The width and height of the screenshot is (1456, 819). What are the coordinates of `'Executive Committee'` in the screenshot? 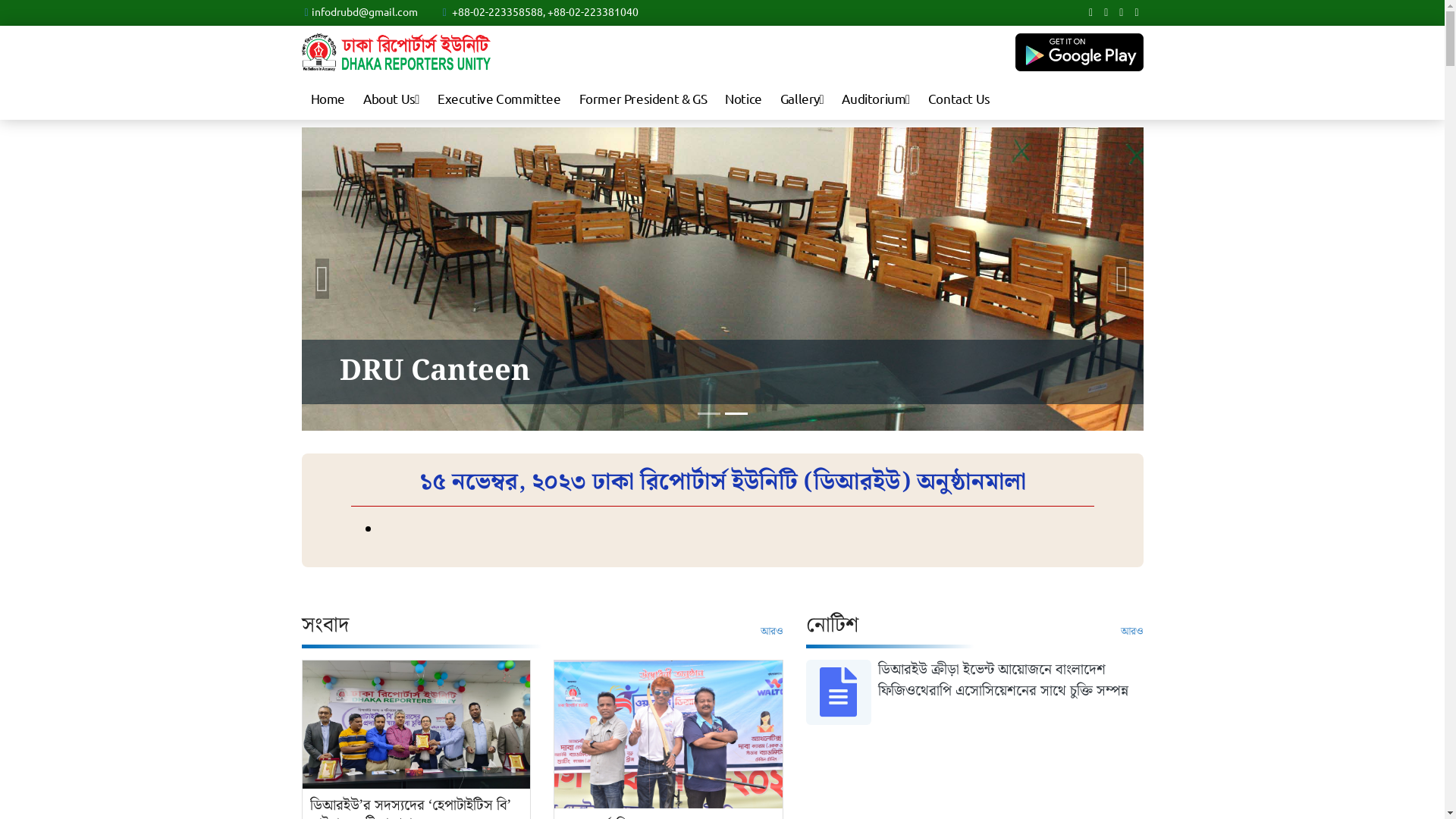 It's located at (498, 99).